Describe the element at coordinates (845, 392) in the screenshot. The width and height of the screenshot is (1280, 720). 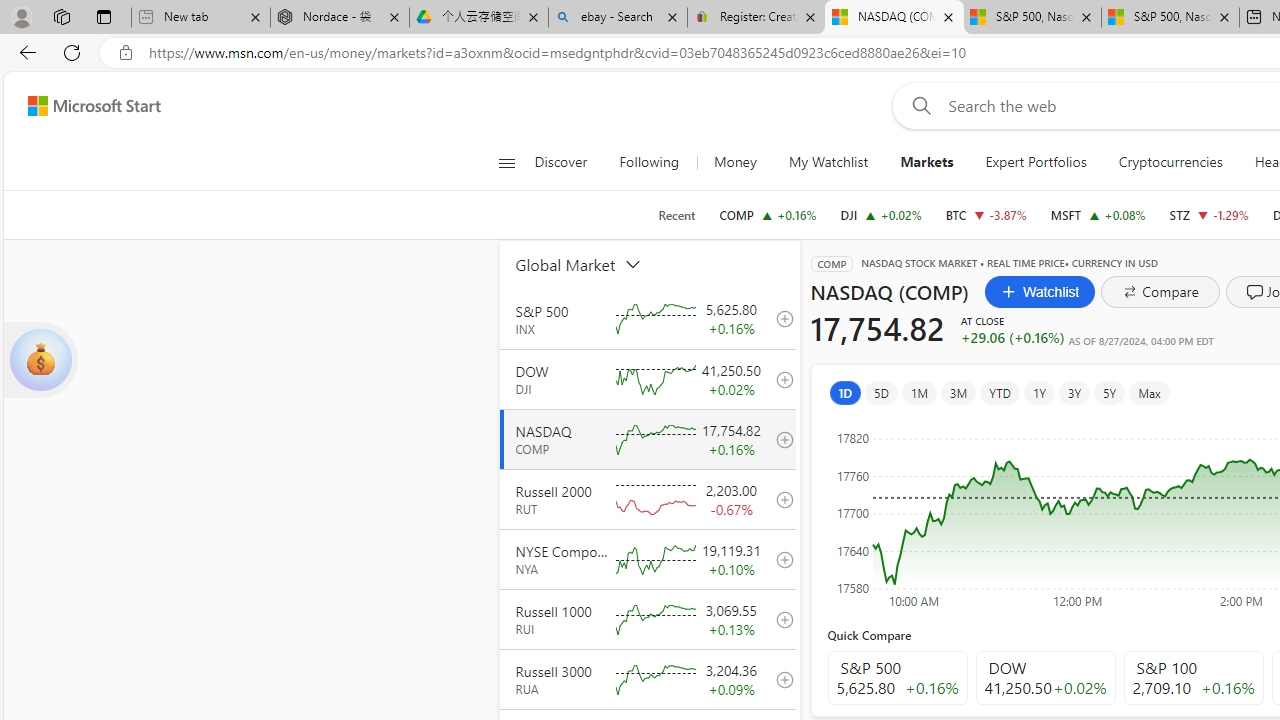
I see `'1D'` at that location.